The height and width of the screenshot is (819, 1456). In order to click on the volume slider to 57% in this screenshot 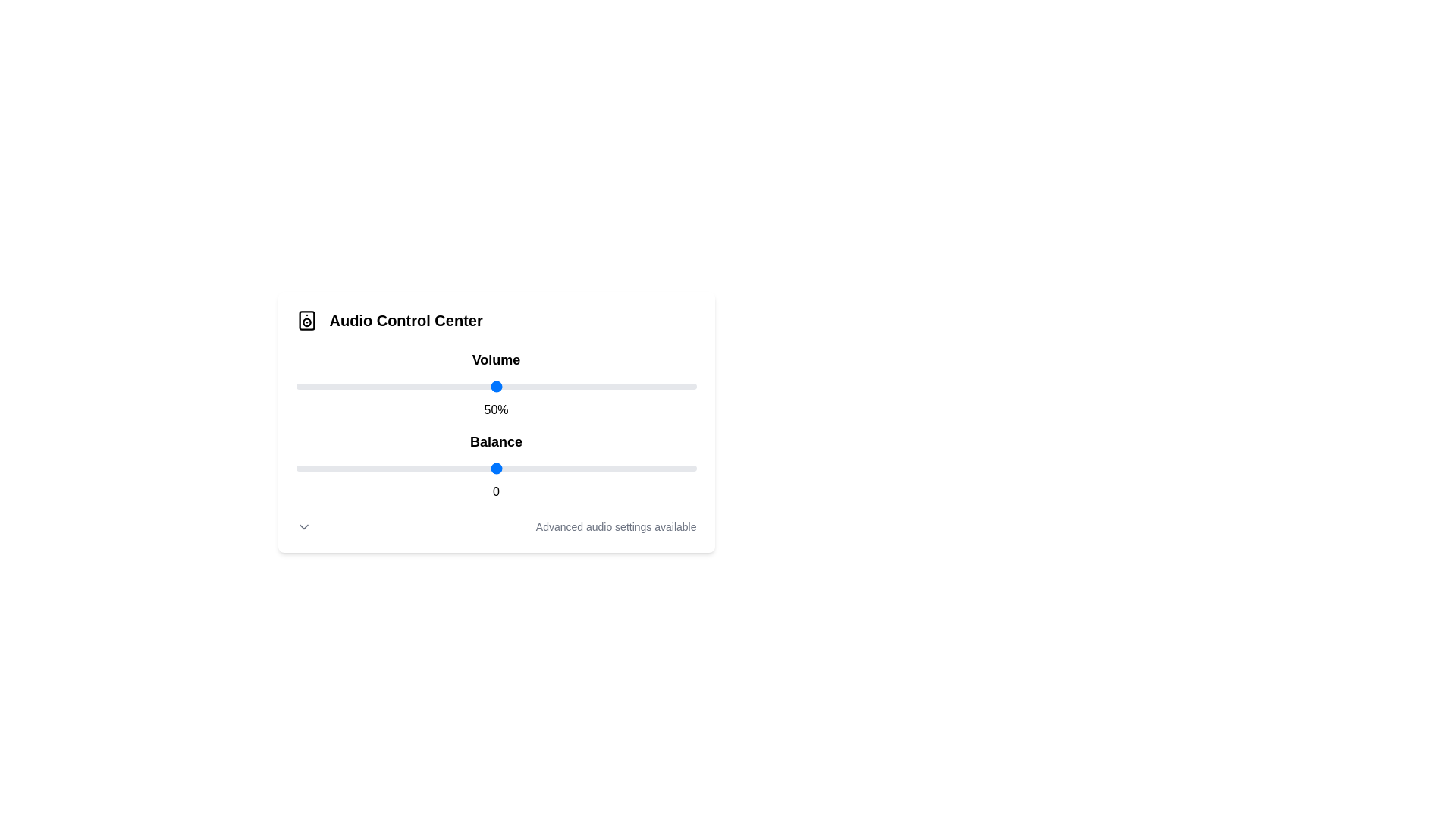, I will do `click(524, 385)`.